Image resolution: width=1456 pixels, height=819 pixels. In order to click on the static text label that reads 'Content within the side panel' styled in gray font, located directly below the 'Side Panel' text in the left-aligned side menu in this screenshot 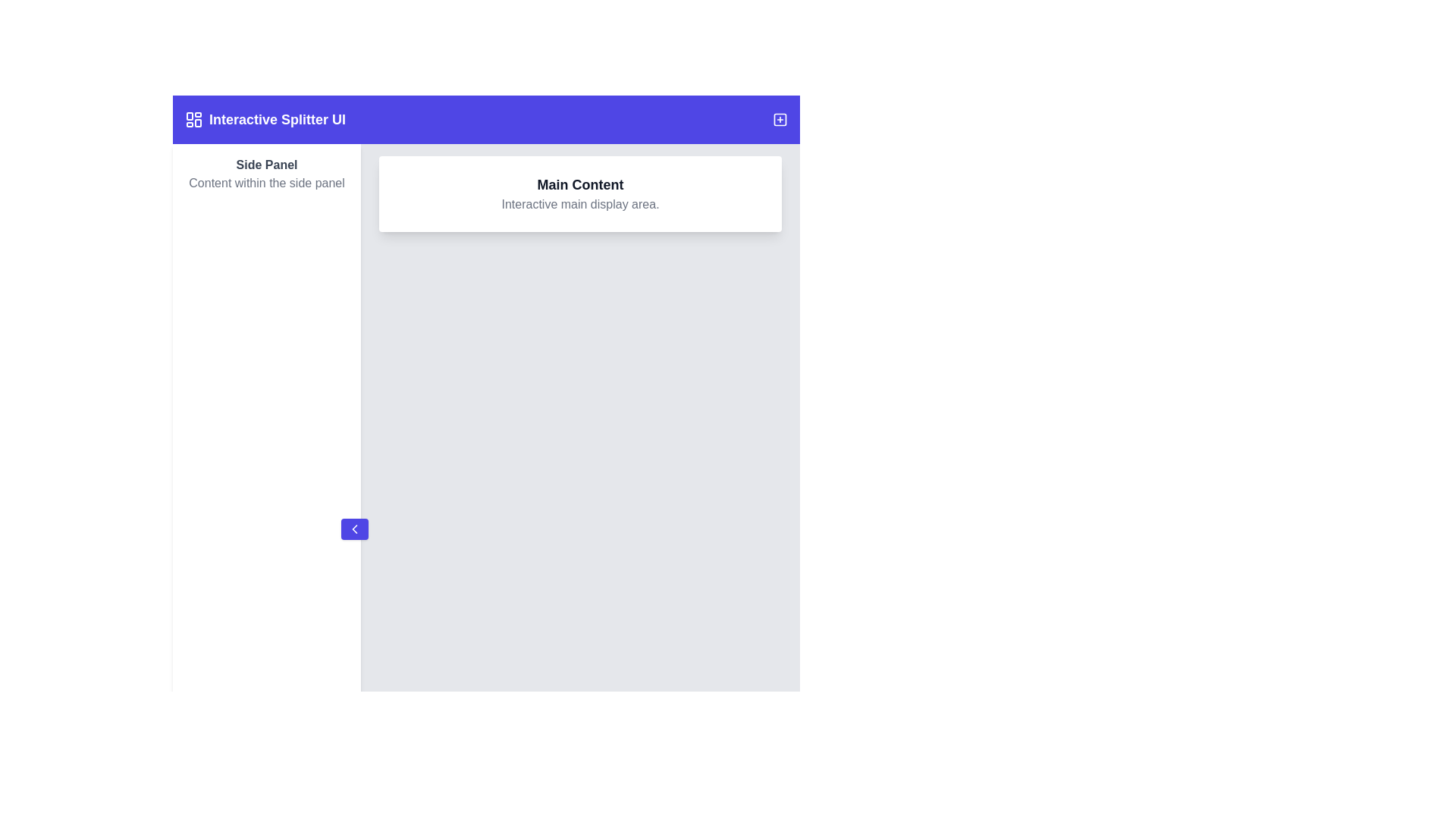, I will do `click(267, 183)`.